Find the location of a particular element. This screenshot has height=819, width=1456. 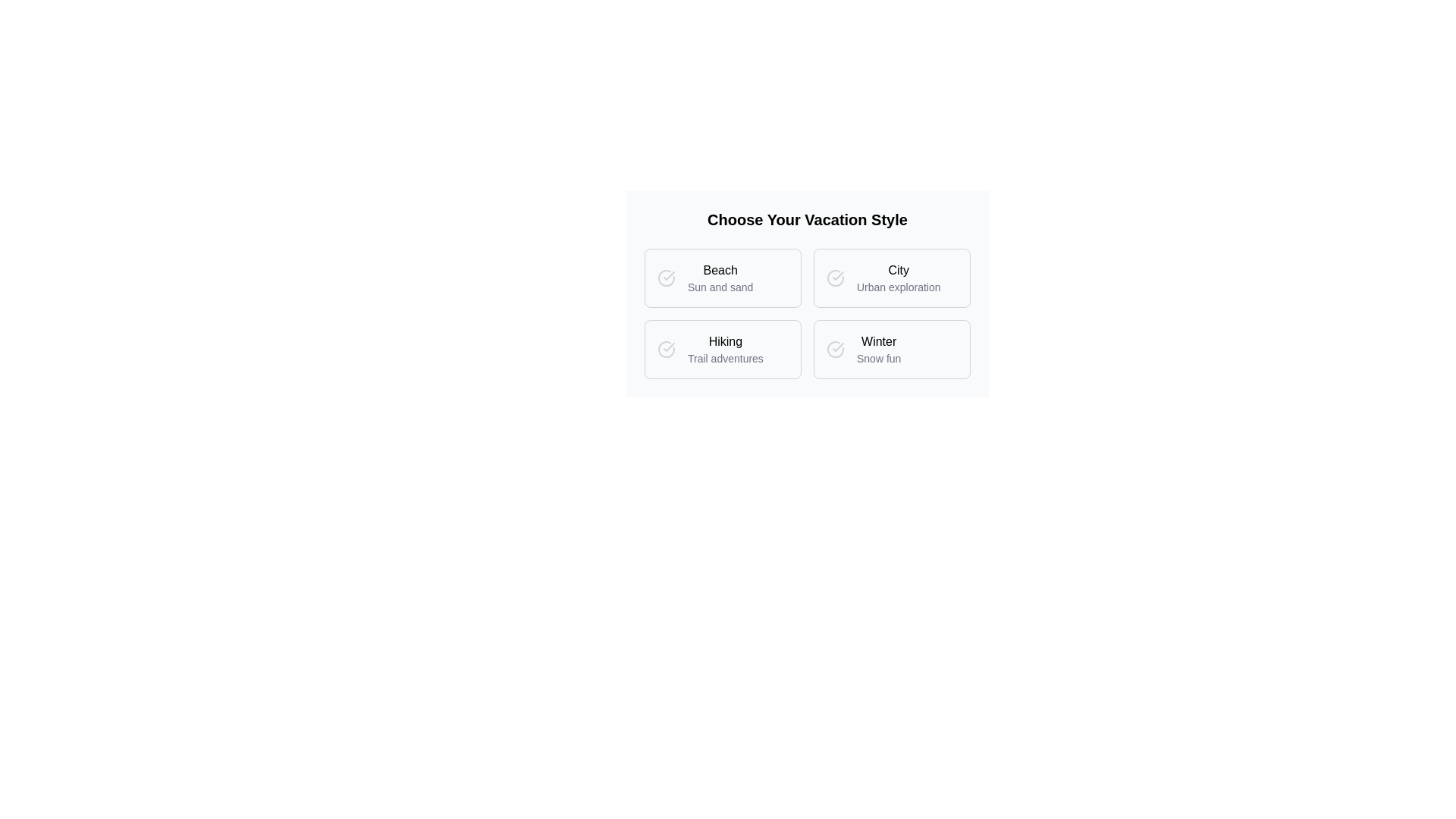

the 'Winter Snow fun' selectable card located in the bottom-right position of a 2x2 grid layout is located at coordinates (892, 350).